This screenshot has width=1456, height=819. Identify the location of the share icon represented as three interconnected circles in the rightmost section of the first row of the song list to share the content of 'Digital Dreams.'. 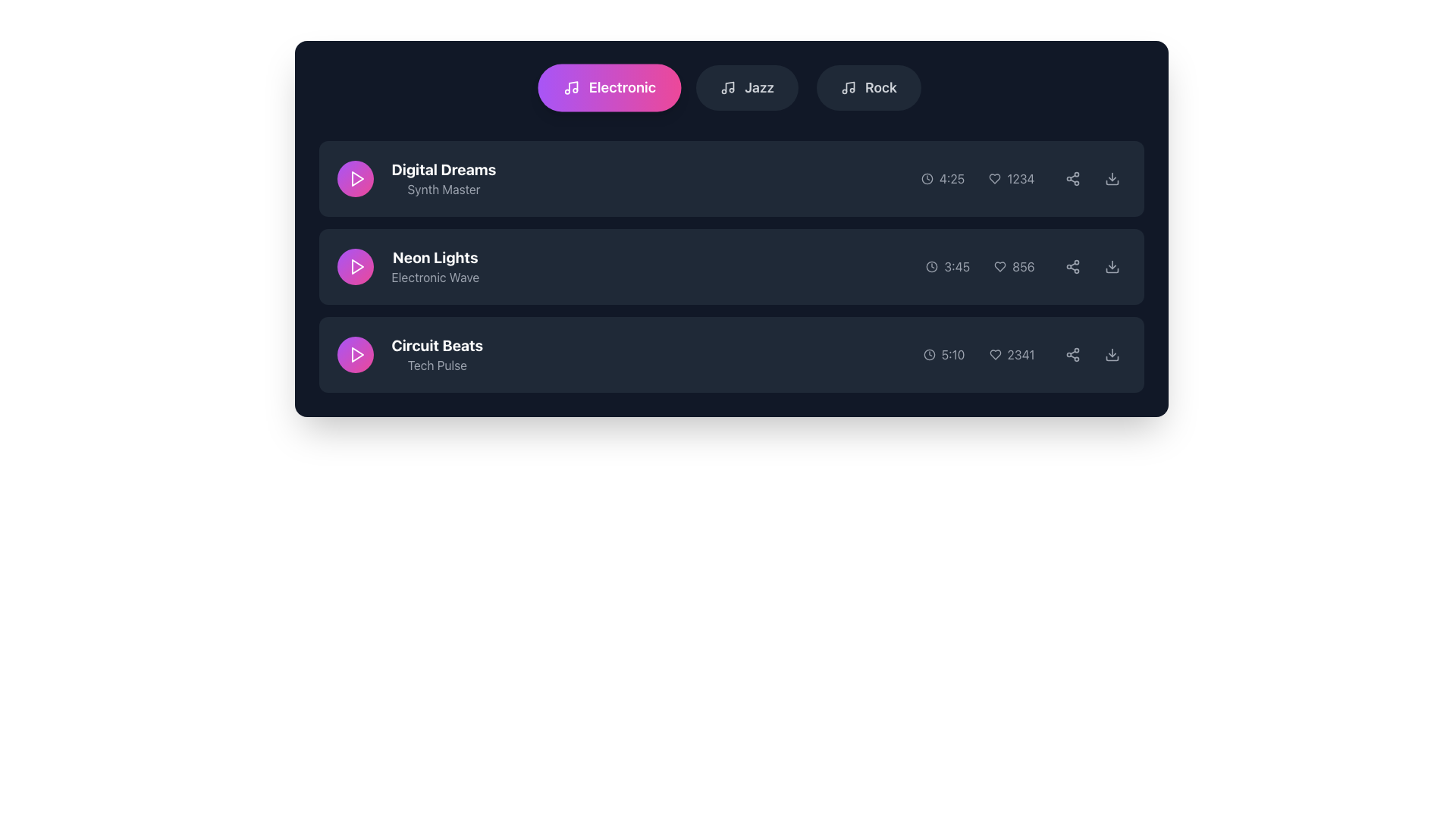
(1072, 177).